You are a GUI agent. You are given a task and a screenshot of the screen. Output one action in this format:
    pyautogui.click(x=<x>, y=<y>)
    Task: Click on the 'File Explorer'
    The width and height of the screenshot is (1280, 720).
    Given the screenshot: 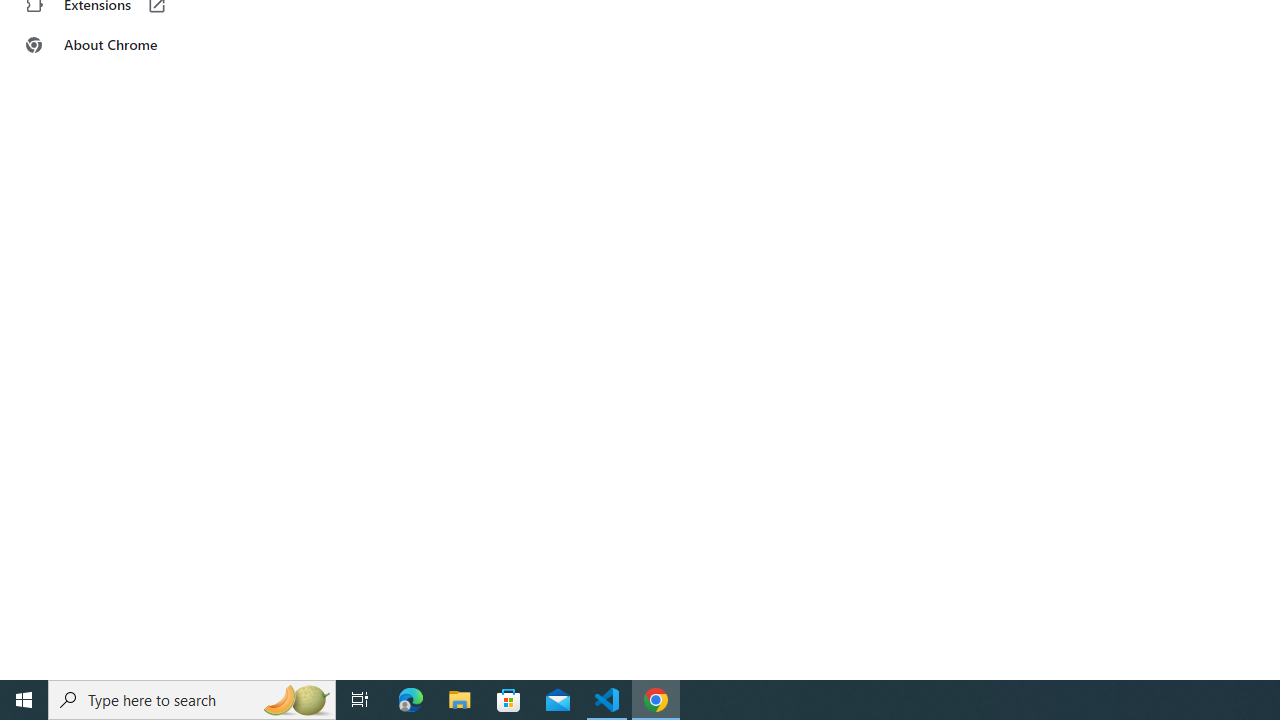 What is the action you would take?
    pyautogui.click(x=459, y=698)
    